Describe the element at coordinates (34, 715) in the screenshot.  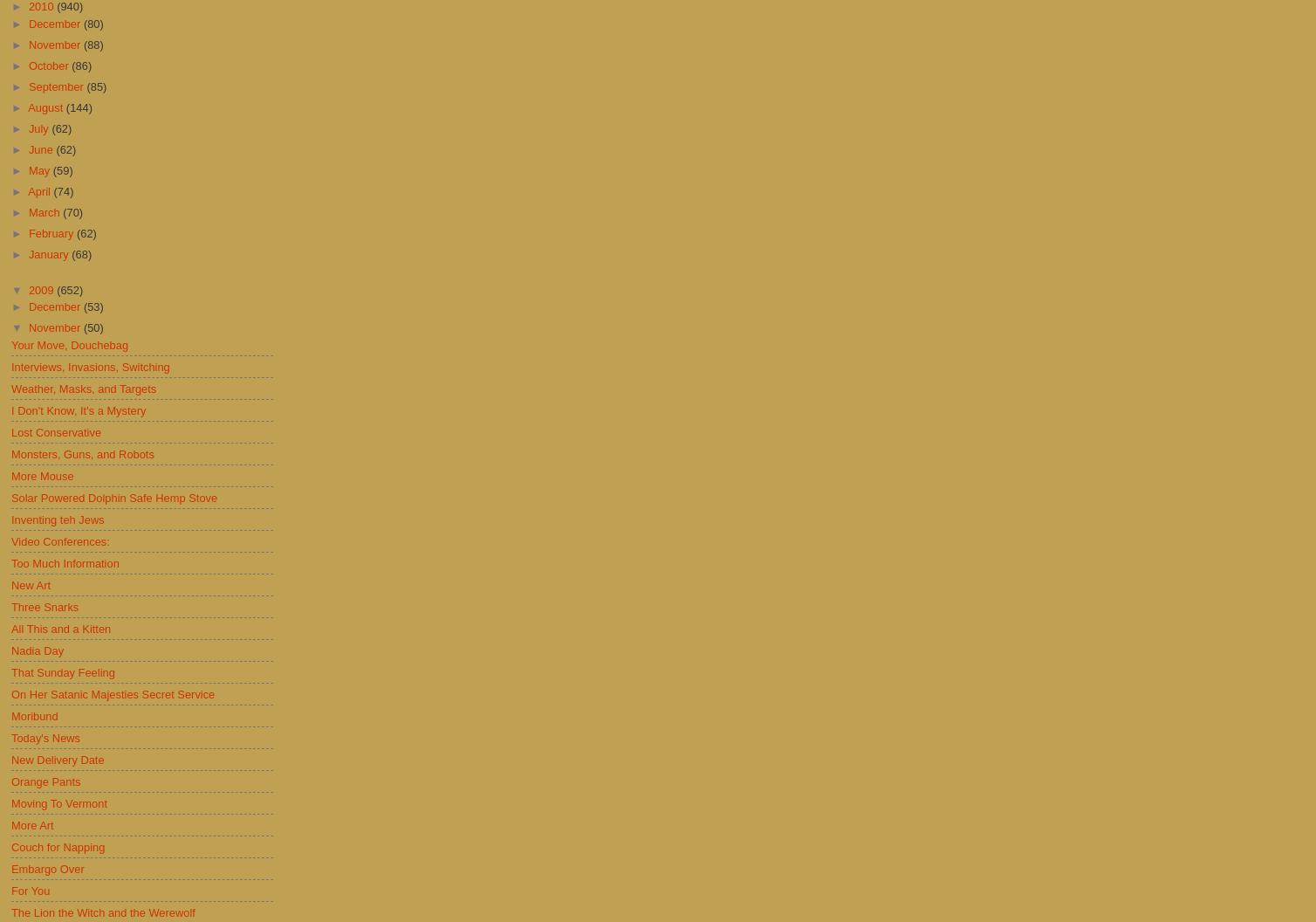
I see `'Moribund'` at that location.